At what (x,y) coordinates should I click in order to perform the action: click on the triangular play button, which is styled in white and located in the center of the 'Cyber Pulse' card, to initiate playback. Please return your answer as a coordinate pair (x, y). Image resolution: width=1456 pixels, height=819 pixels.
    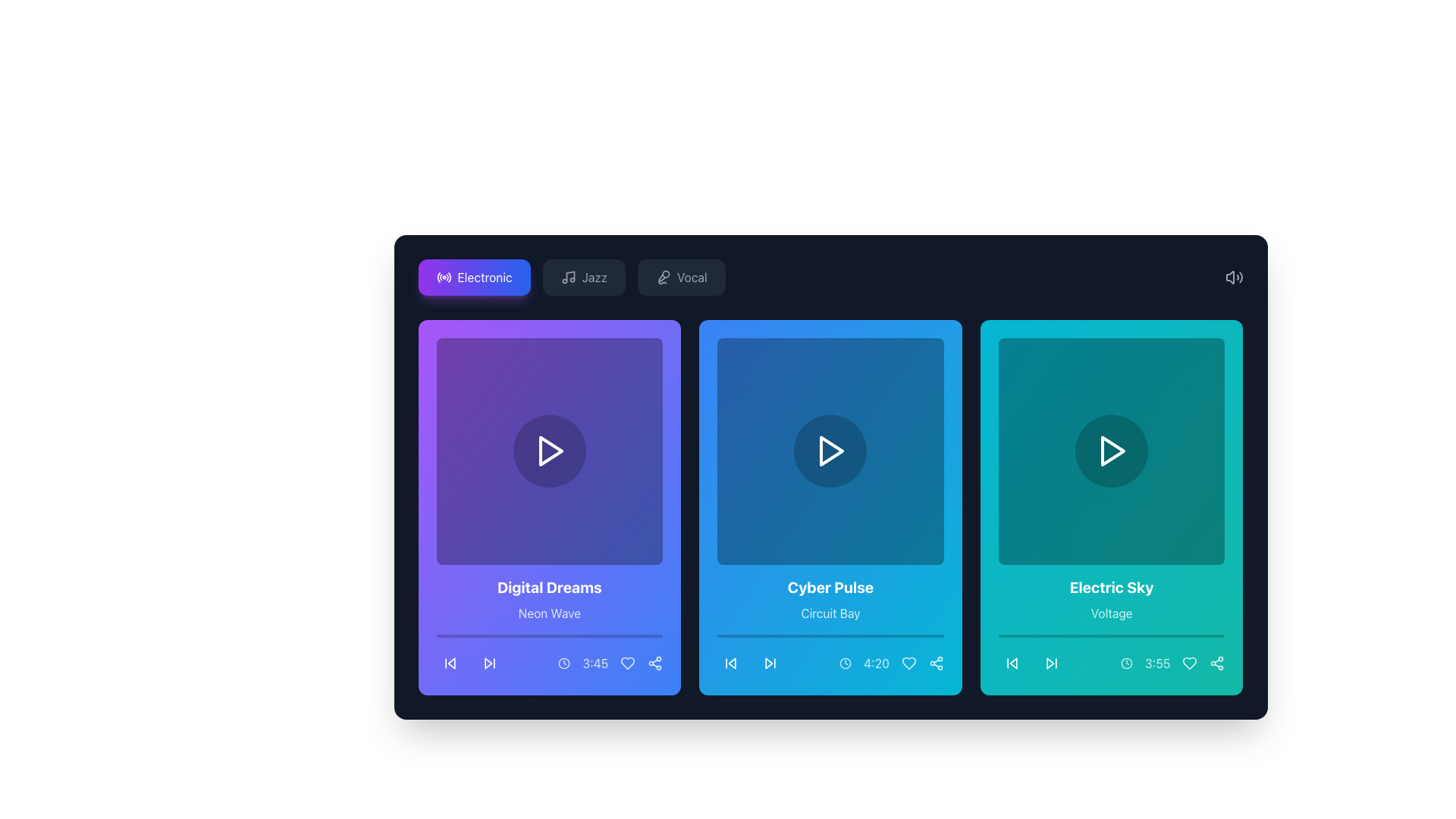
    Looking at the image, I should click on (830, 450).